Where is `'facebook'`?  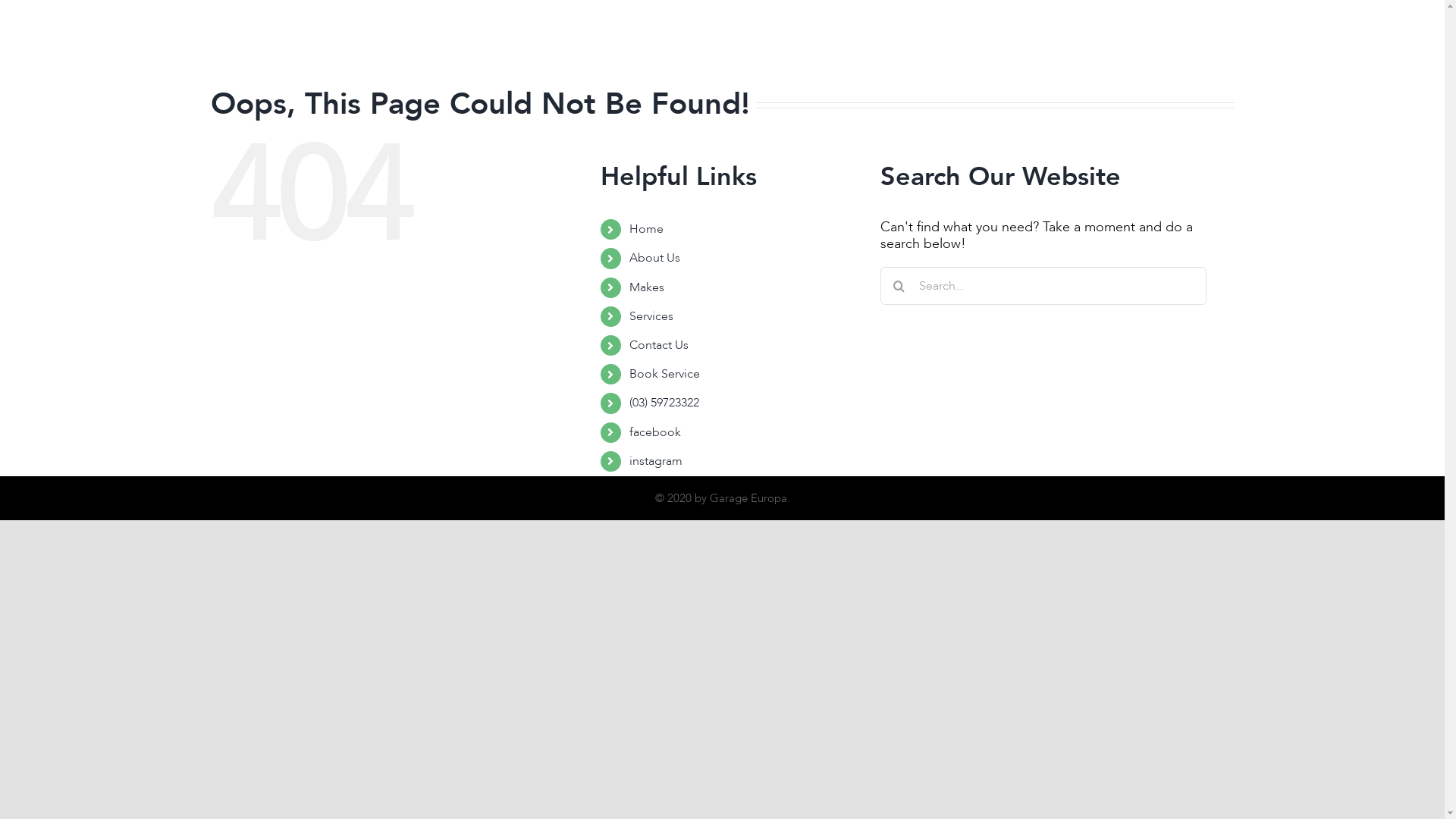
'facebook' is located at coordinates (655, 431).